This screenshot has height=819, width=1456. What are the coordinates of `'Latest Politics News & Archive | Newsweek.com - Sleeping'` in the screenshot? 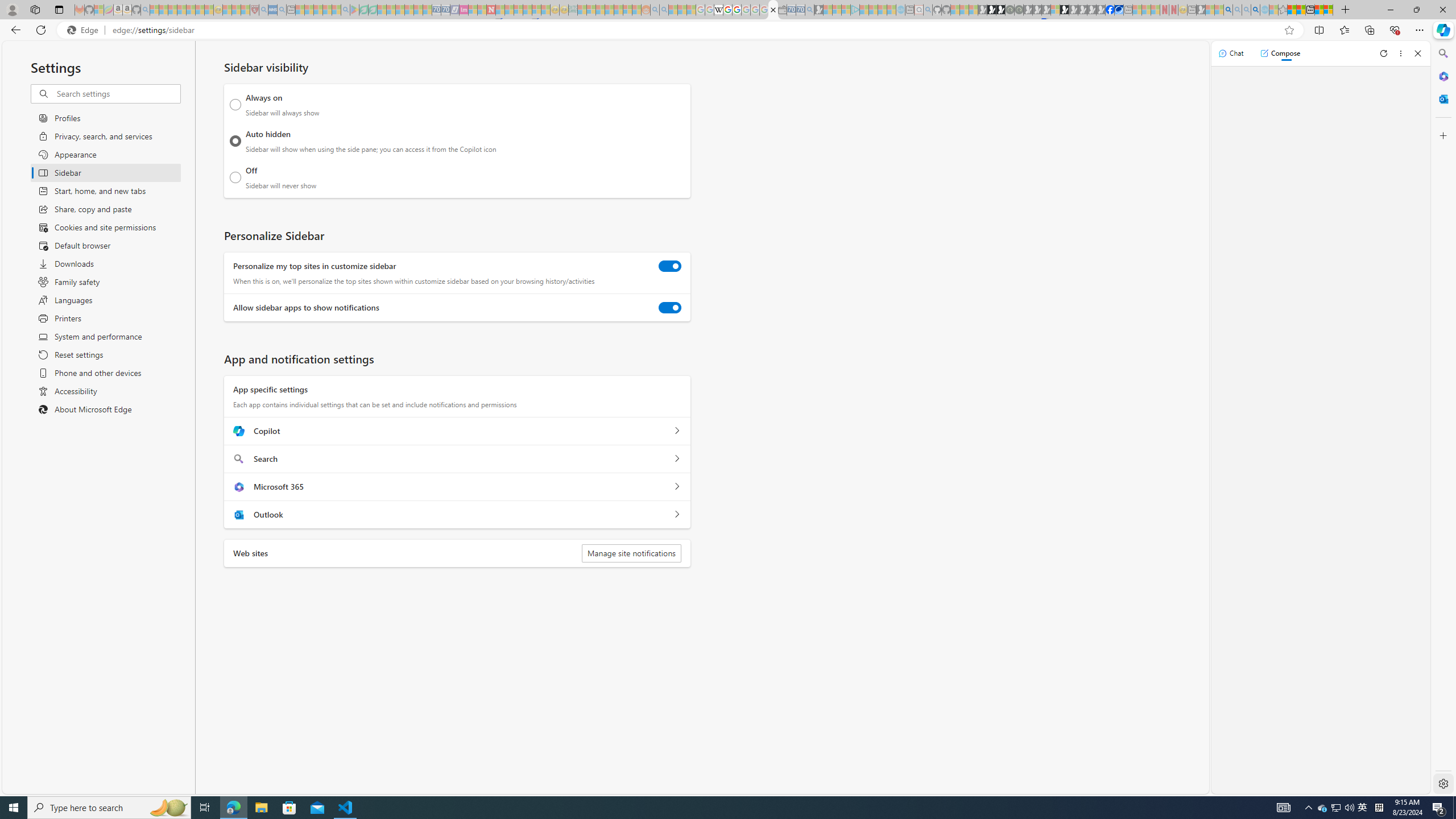 It's located at (491, 9).